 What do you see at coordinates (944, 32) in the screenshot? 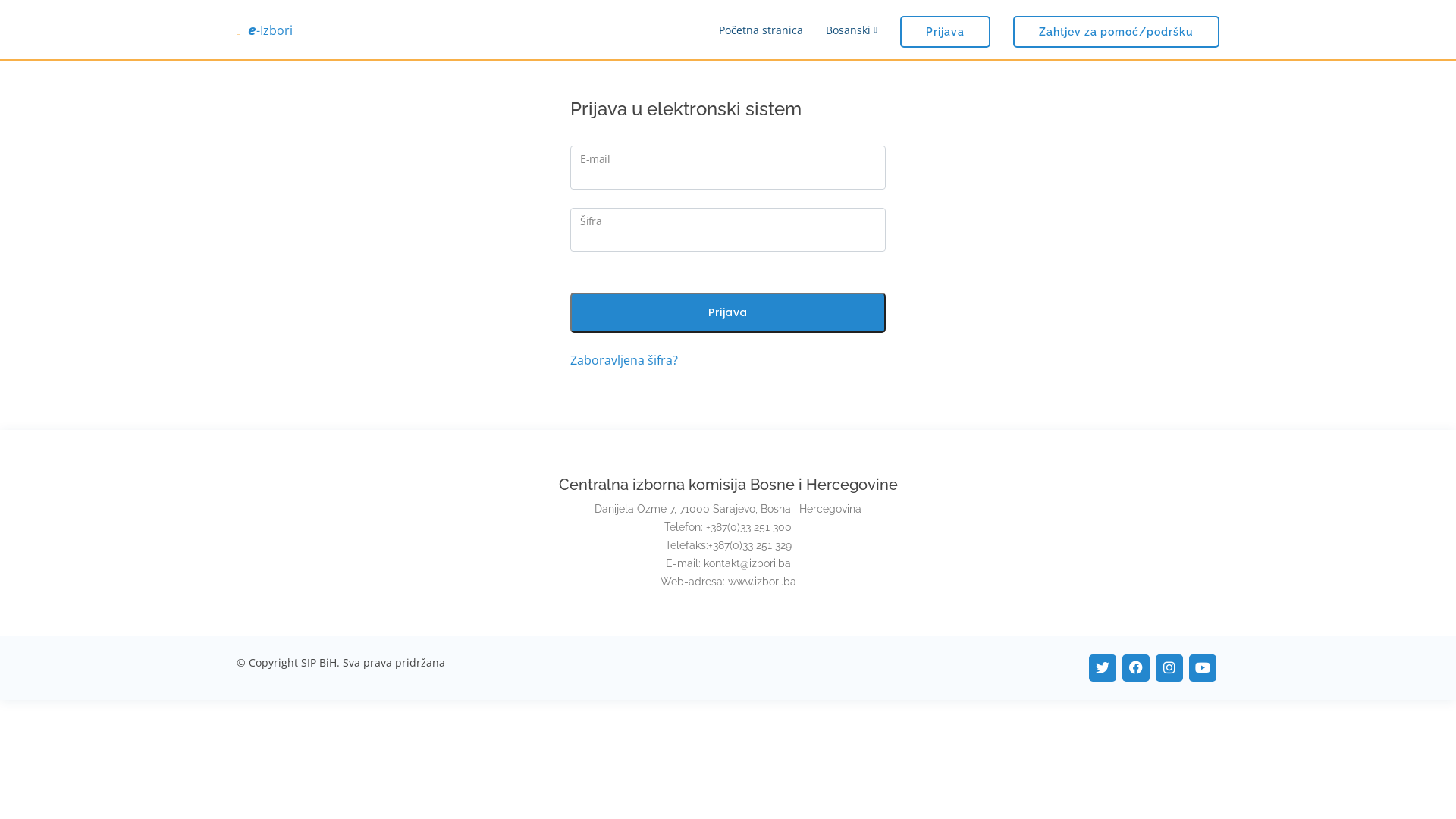
I see `'Prijava'` at bounding box center [944, 32].